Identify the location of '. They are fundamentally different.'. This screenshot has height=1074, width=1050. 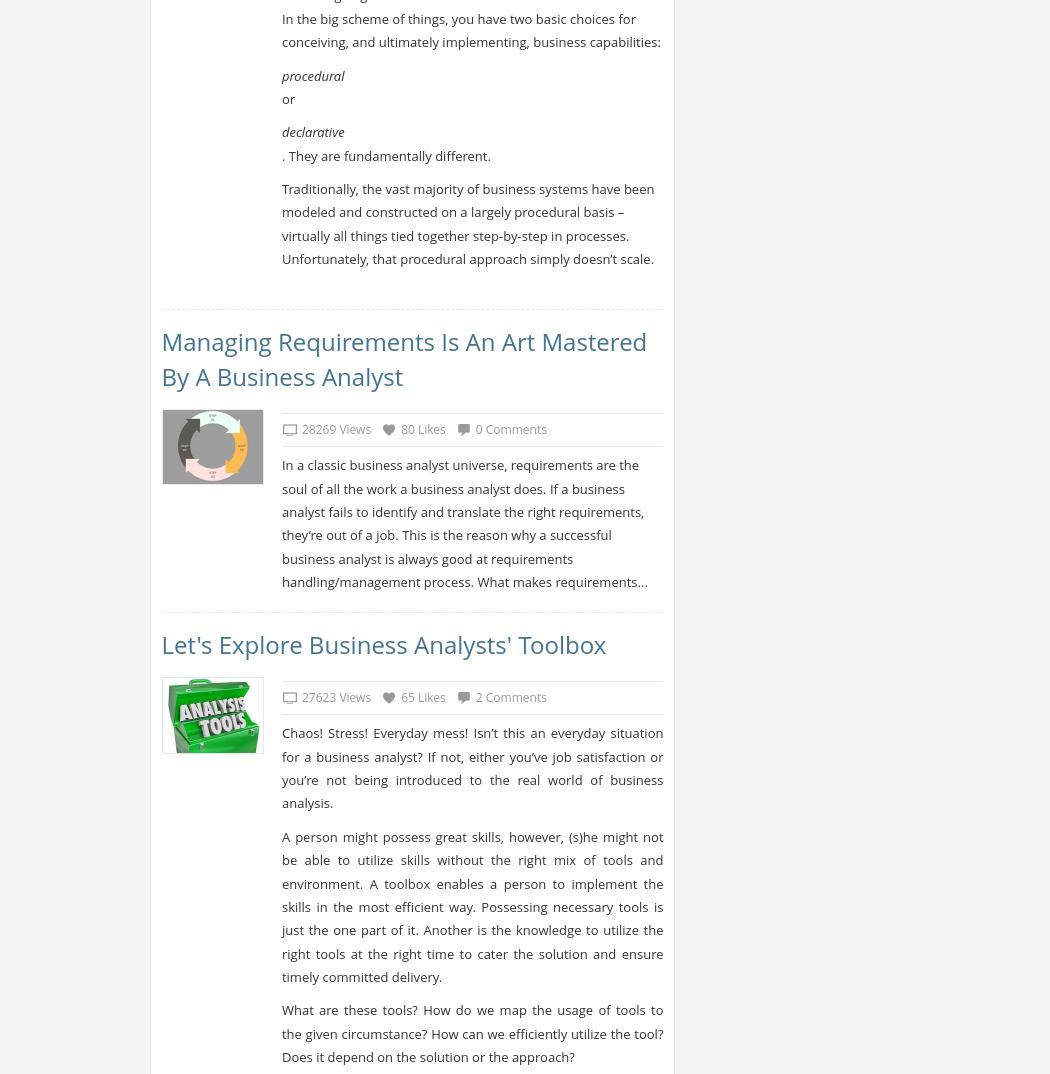
(389, 153).